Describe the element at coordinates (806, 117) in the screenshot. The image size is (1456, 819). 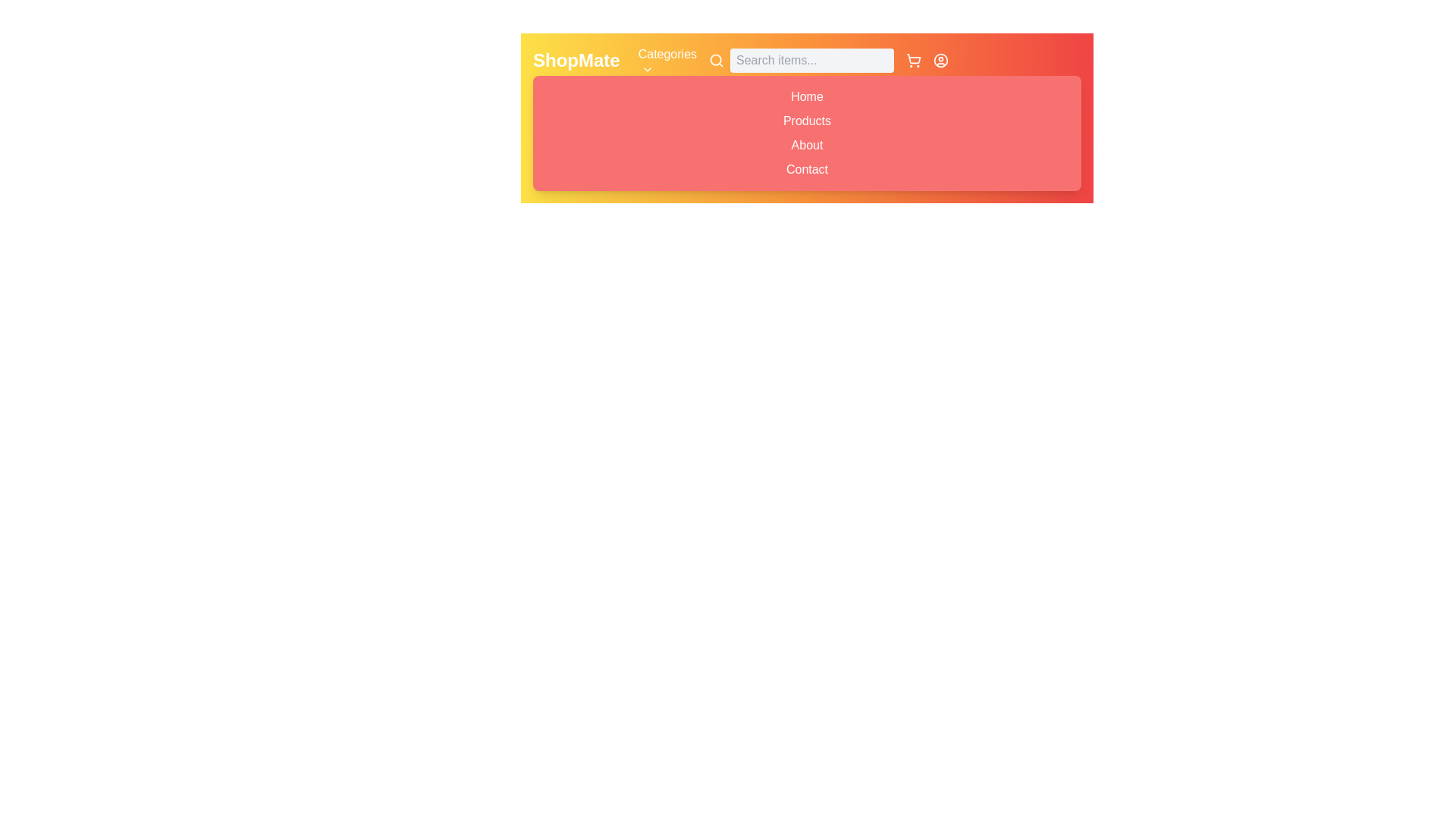
I see `the interactive icons or elements within the Navigation Menu that features a gradient background transitioning from yellow to red, located centrally across the top of the layout` at that location.